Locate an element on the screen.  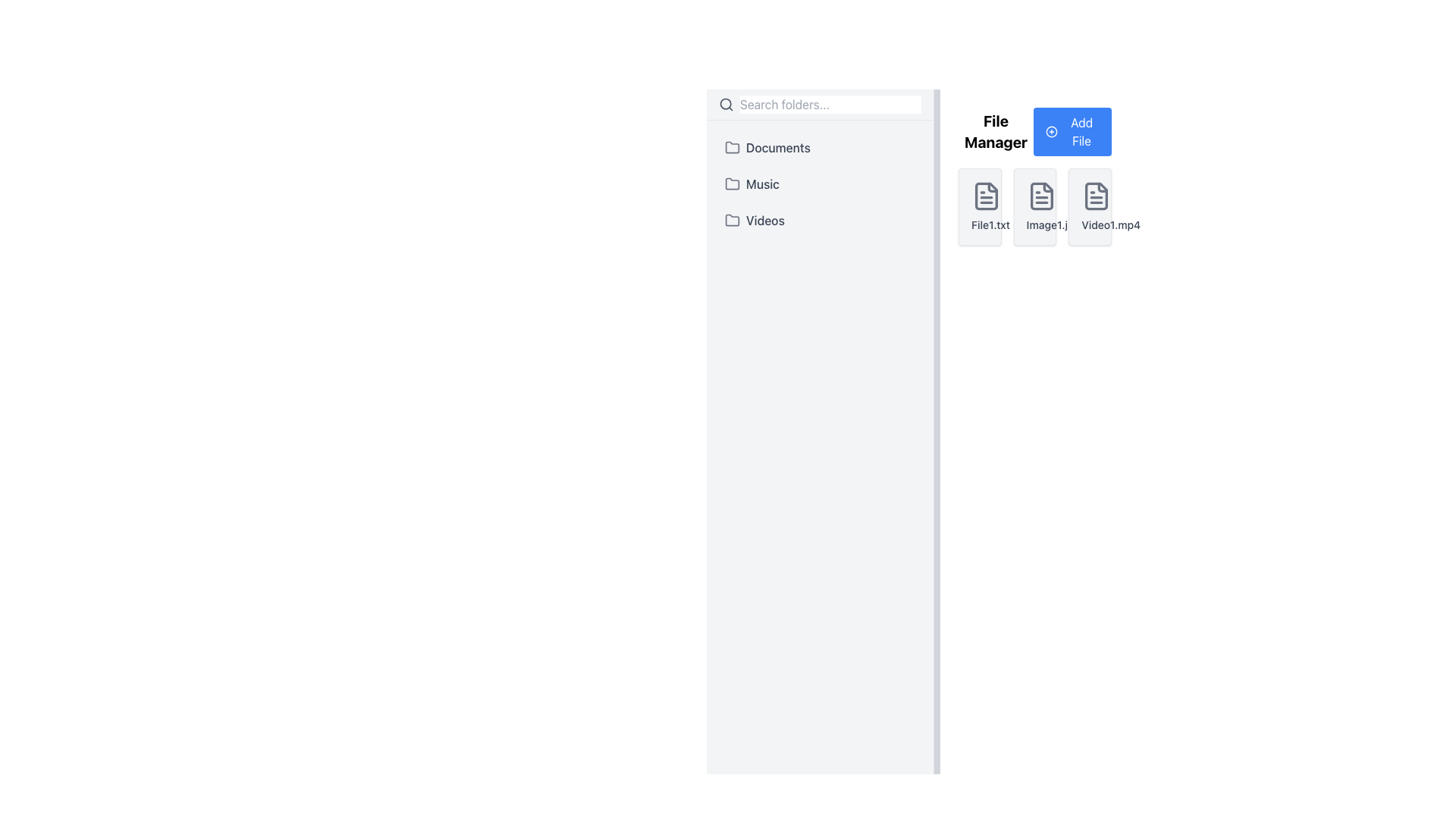
the folder icon associated with the 'Videos' label in the vertical menu is located at coordinates (732, 220).